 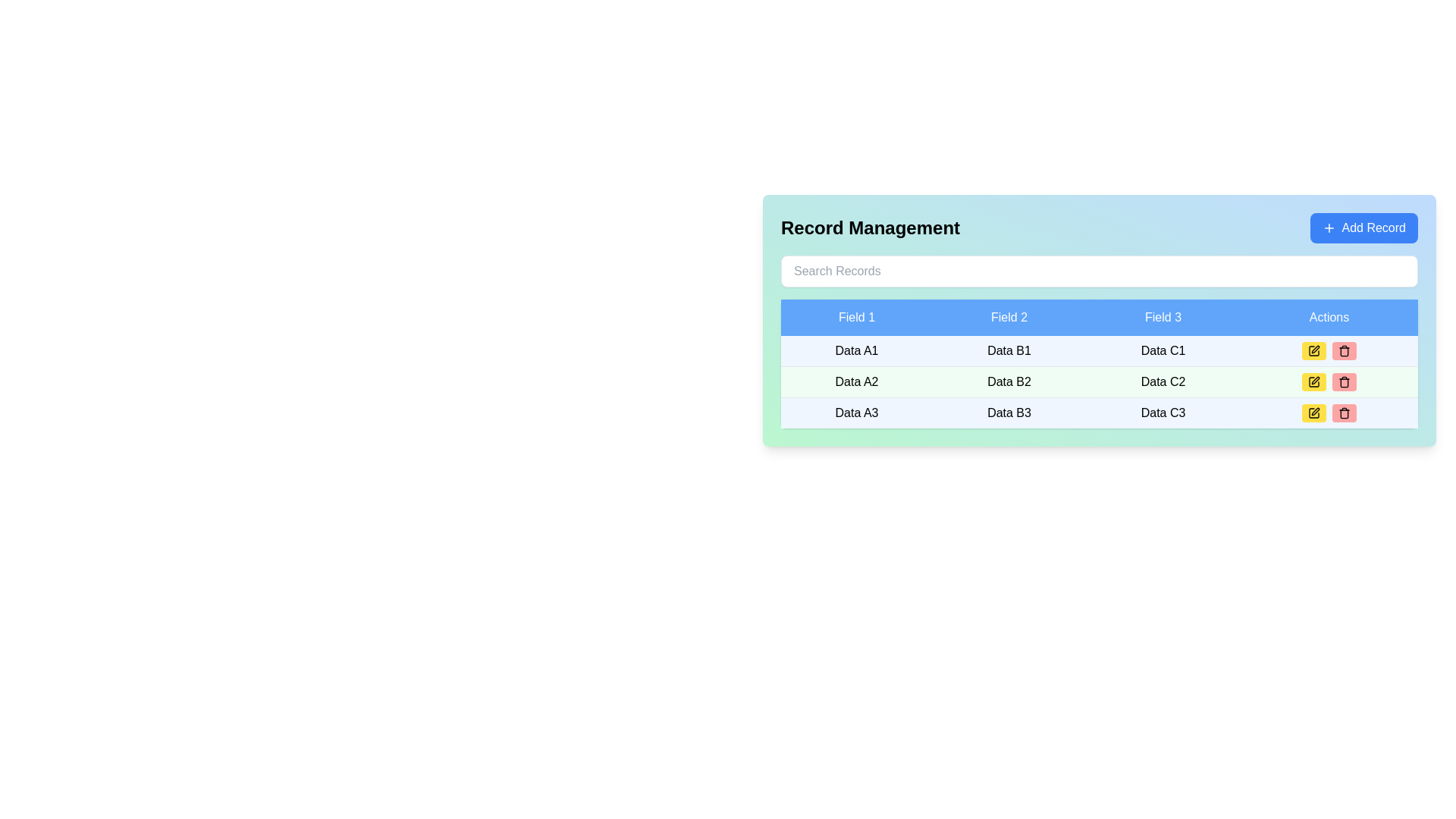 I want to click on the delete button in the second row of action items in the 'Actions' column, which contains two prominent buttons and a separator dot, aligned to the right-hand side of the interface, so click(x=1328, y=350).